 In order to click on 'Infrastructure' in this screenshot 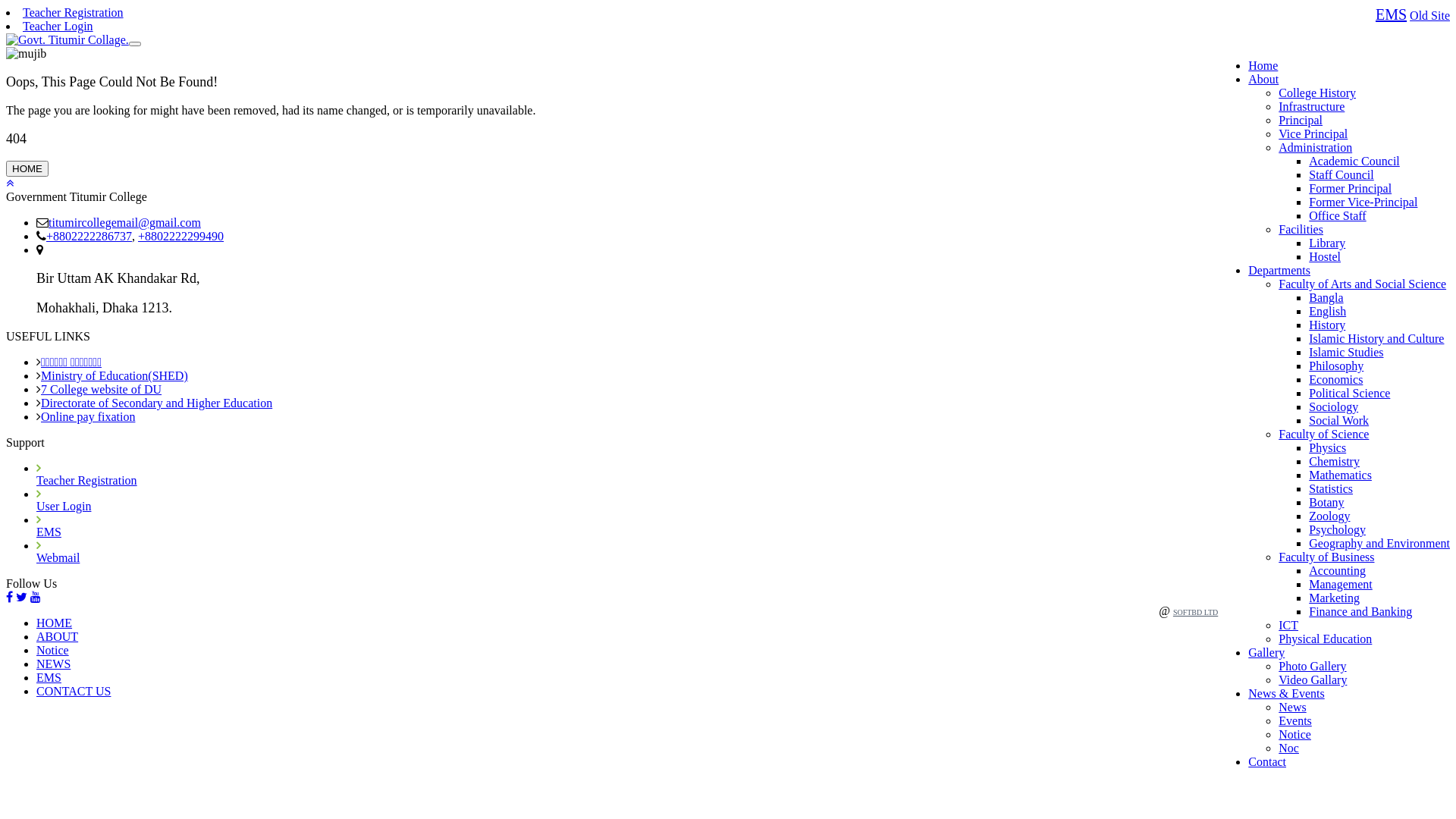, I will do `click(1310, 105)`.